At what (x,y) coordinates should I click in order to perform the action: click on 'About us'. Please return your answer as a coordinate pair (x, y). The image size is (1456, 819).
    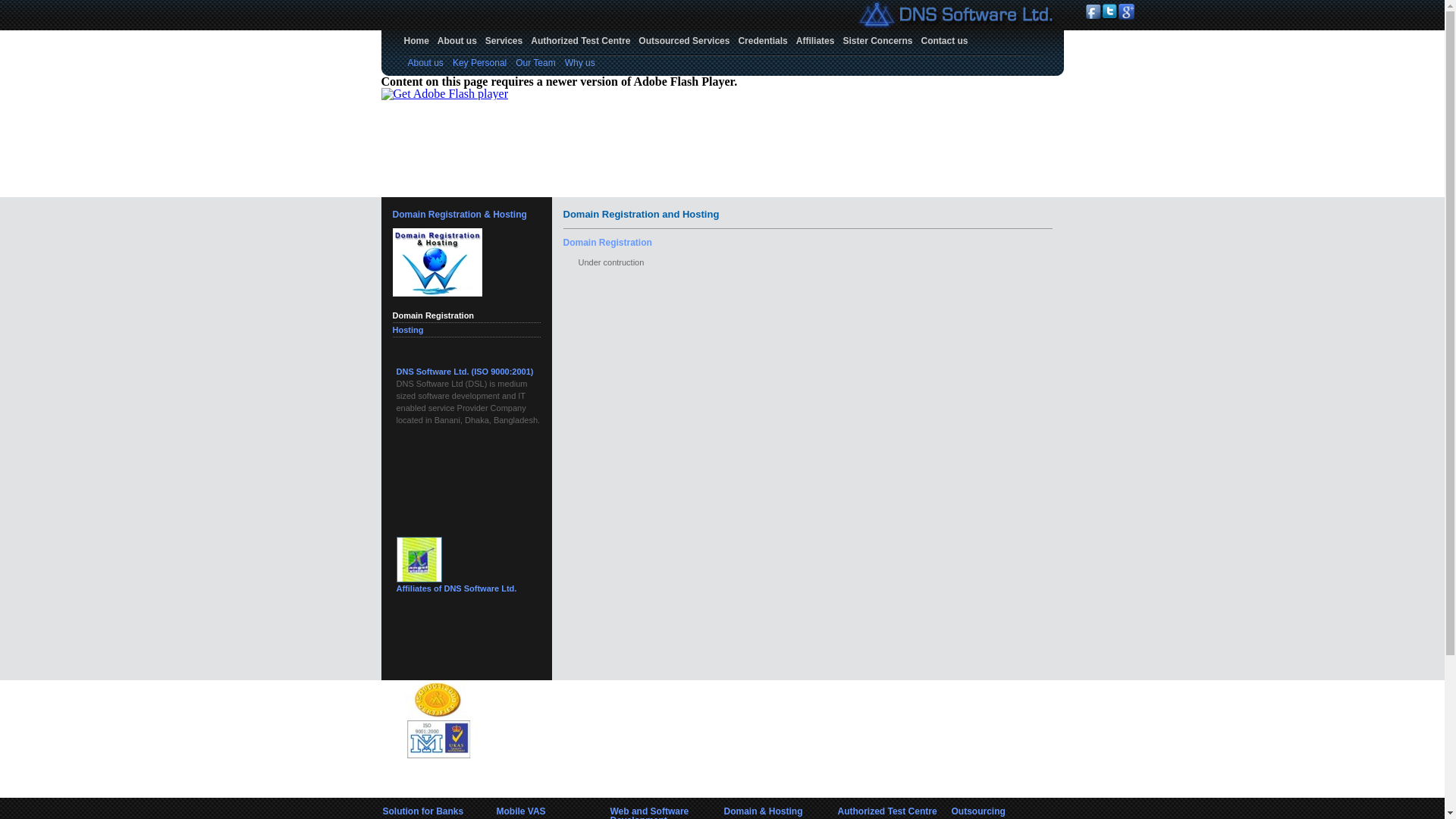
    Looking at the image, I should click on (425, 62).